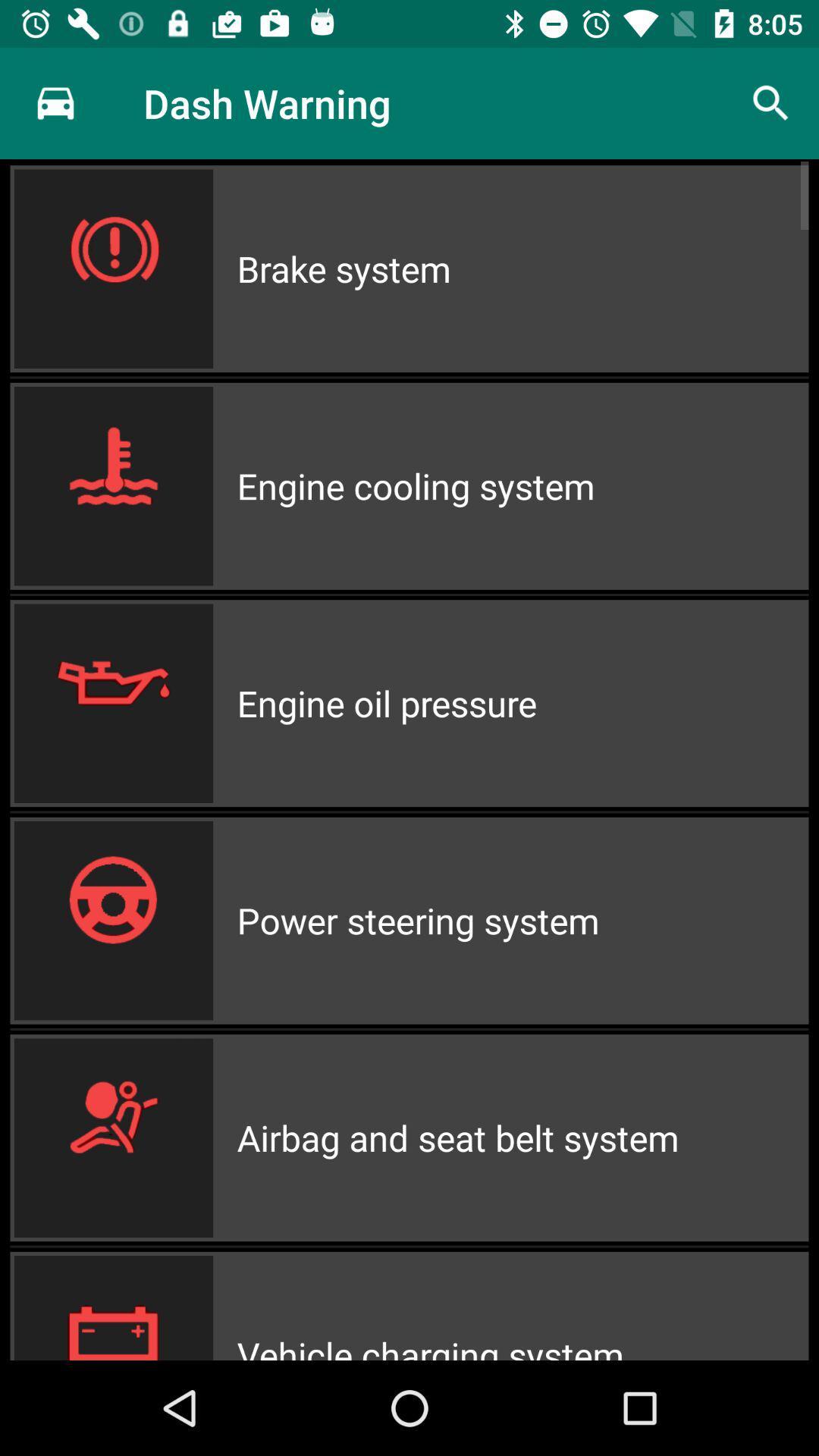 Image resolution: width=819 pixels, height=1456 pixels. I want to click on brake system icon, so click(522, 268).